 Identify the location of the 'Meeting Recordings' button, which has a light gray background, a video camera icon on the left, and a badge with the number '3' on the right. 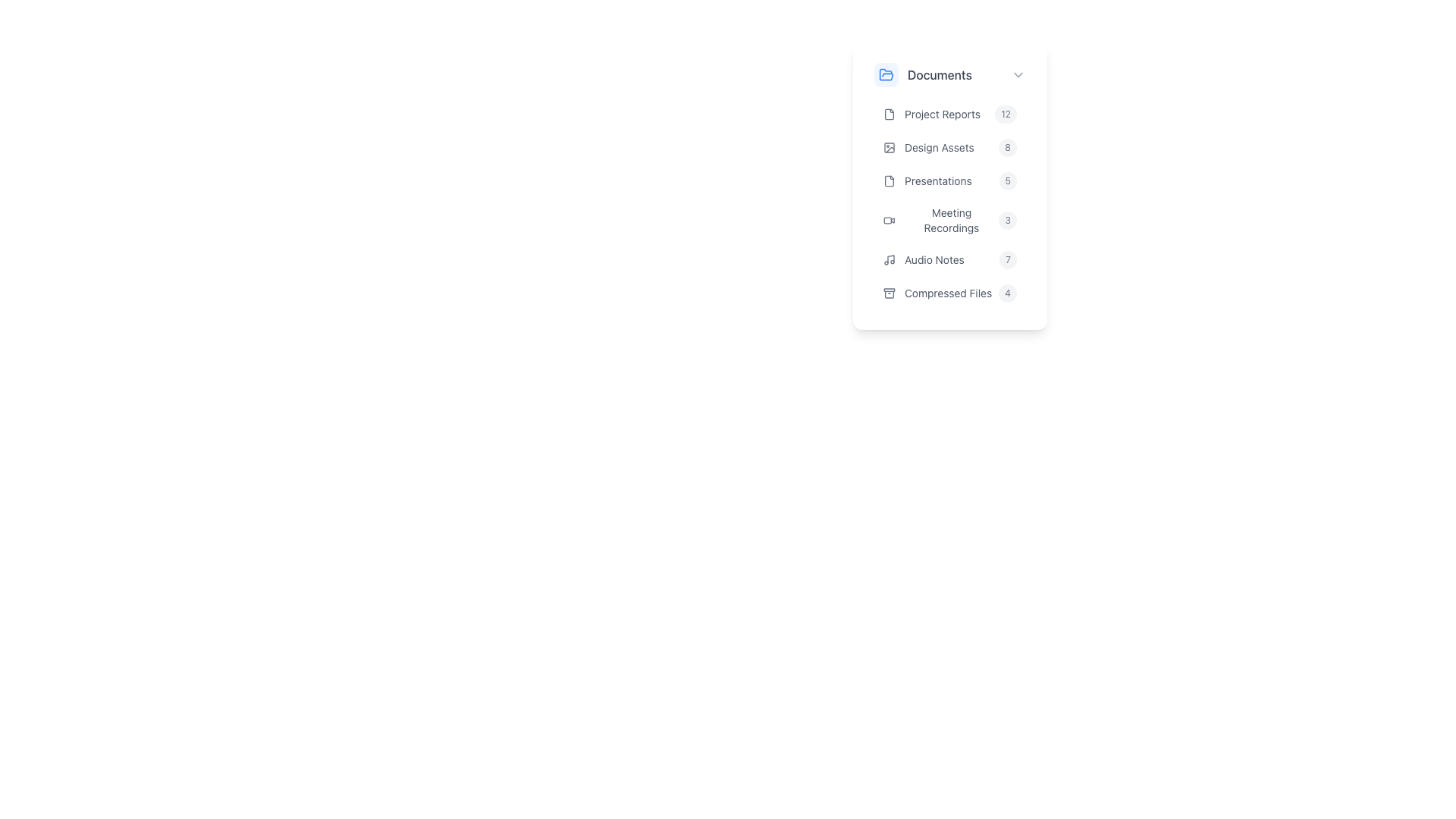
(949, 220).